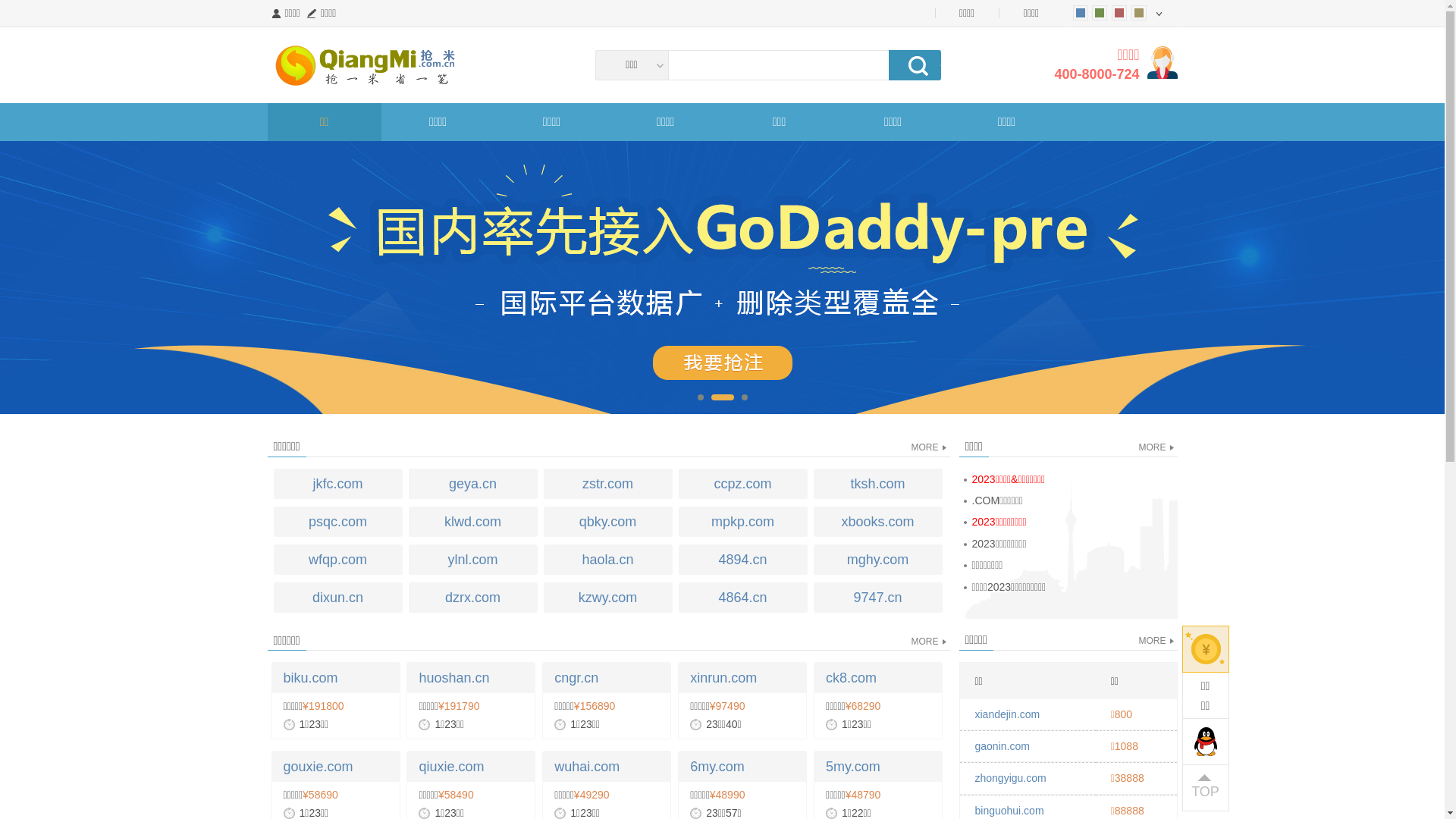 The height and width of the screenshot is (819, 1456). I want to click on 'mghy.com', so click(811, 559).